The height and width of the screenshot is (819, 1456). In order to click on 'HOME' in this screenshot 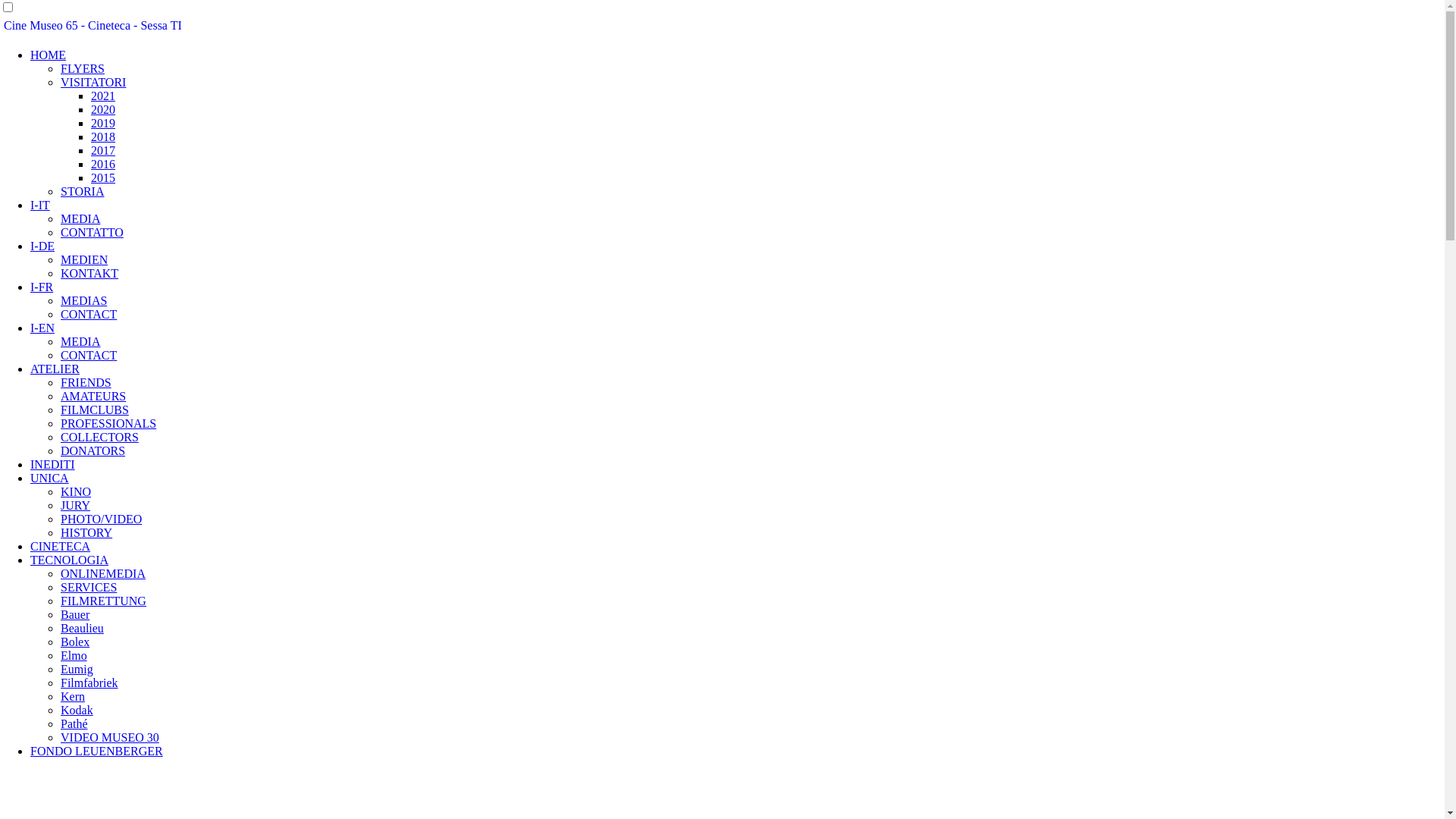, I will do `click(30, 54)`.